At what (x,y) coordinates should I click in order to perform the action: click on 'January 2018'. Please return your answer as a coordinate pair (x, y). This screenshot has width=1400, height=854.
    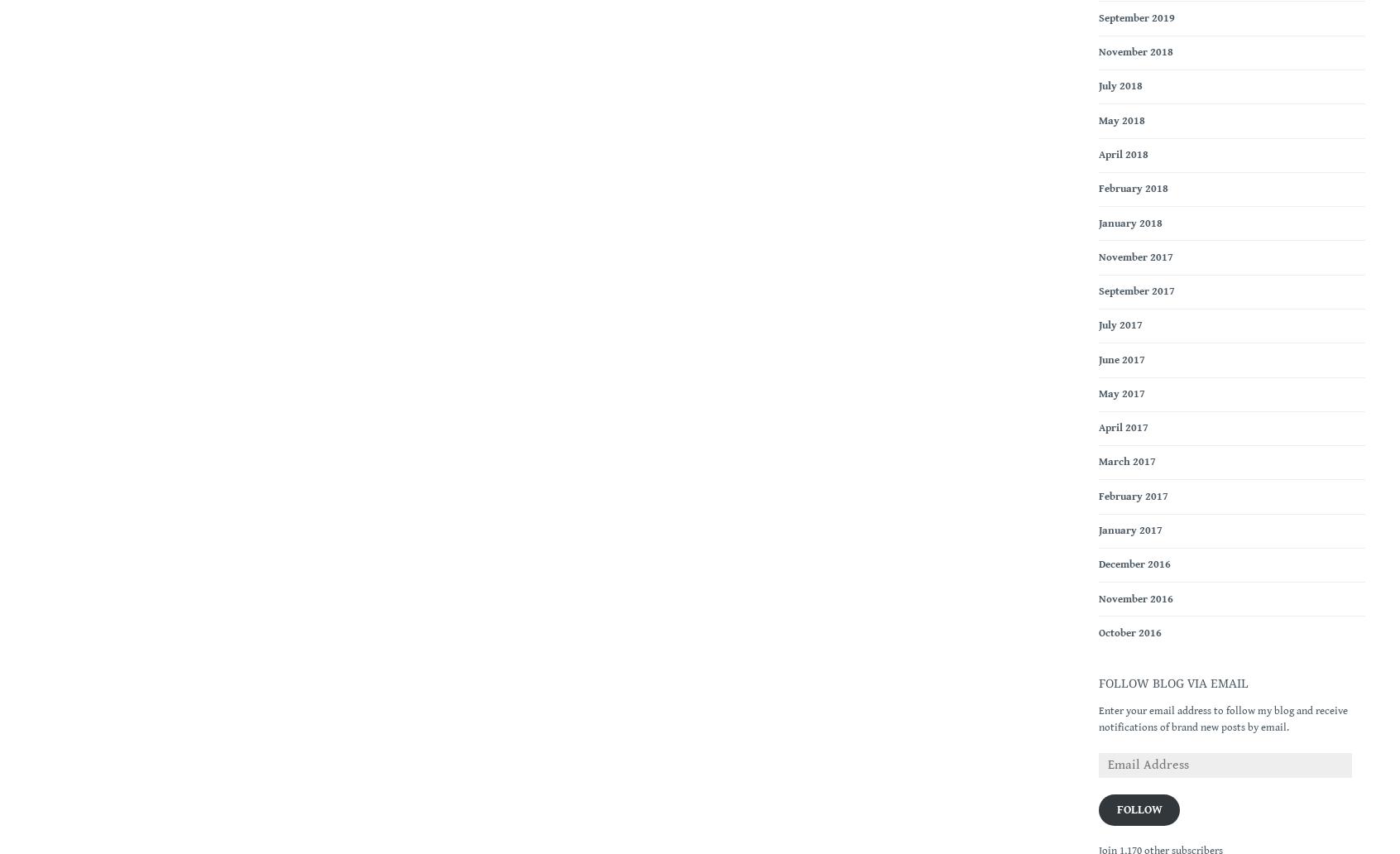
    Looking at the image, I should click on (1098, 223).